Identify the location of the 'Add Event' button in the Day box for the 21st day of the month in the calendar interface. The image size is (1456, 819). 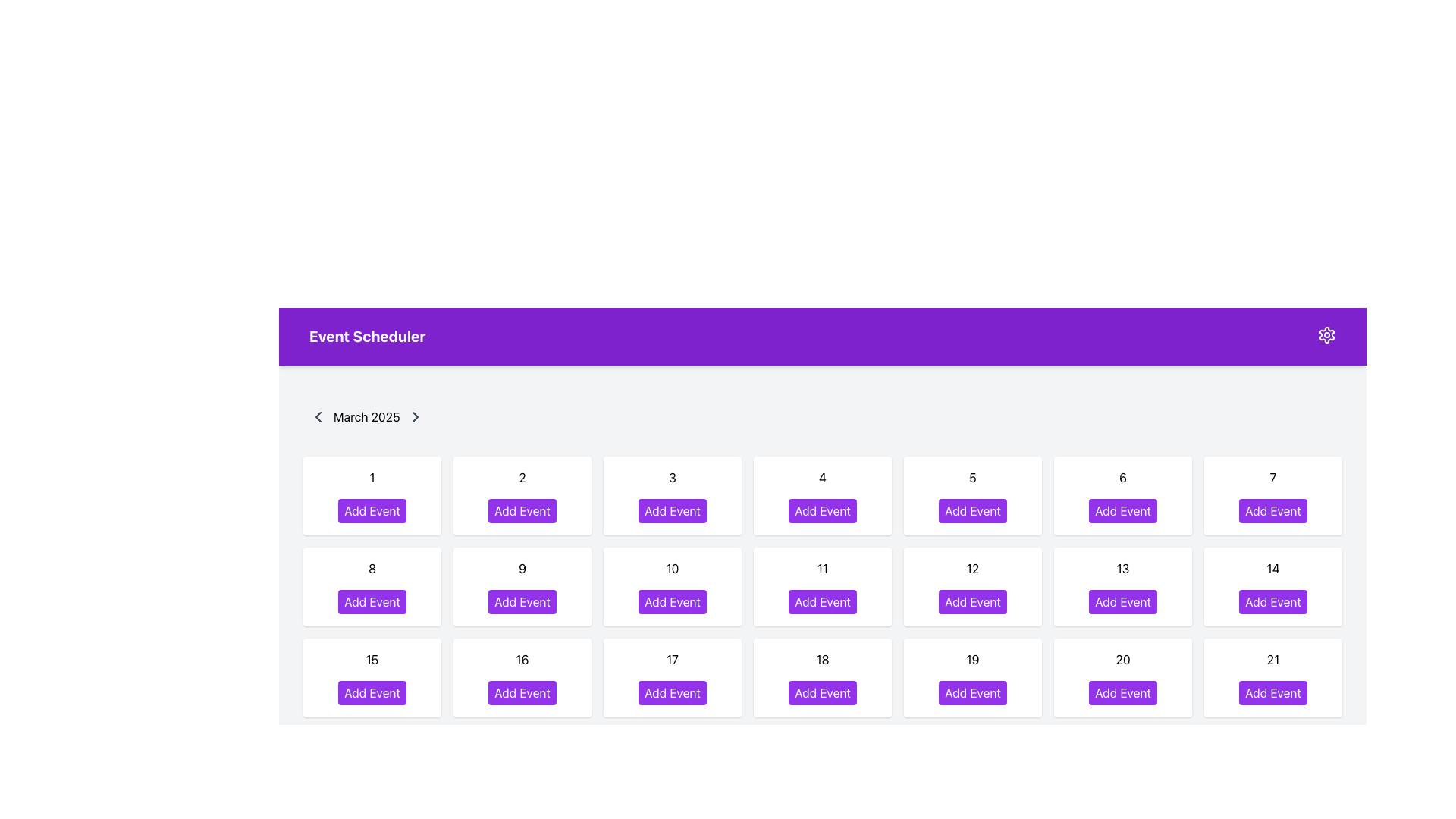
(1273, 677).